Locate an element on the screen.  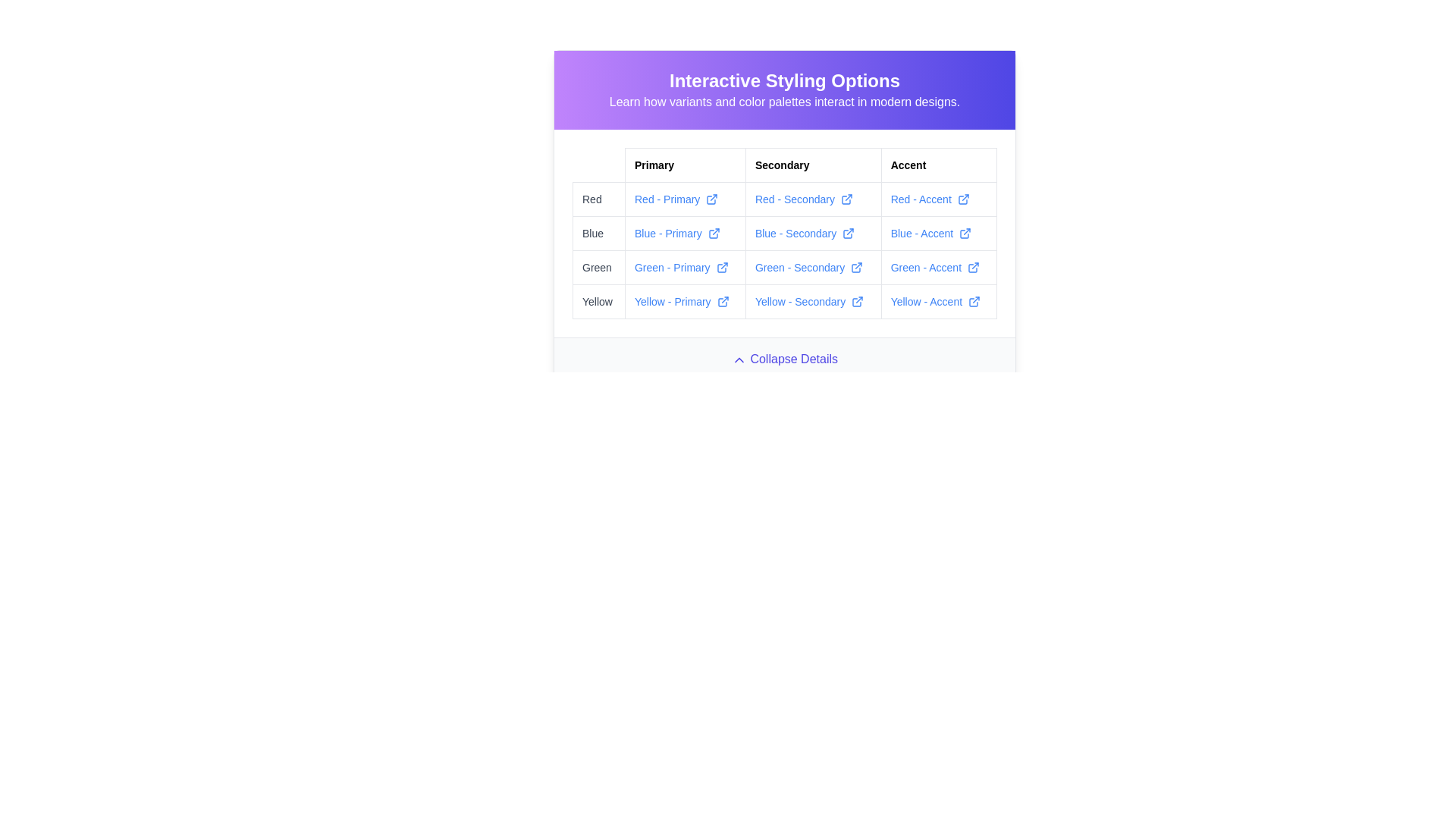
the external link icon located in the 'Interactive Styling Options' section, under the 'Primary' column and the 'Red' row, following the text 'Red - Primary' is located at coordinates (711, 198).